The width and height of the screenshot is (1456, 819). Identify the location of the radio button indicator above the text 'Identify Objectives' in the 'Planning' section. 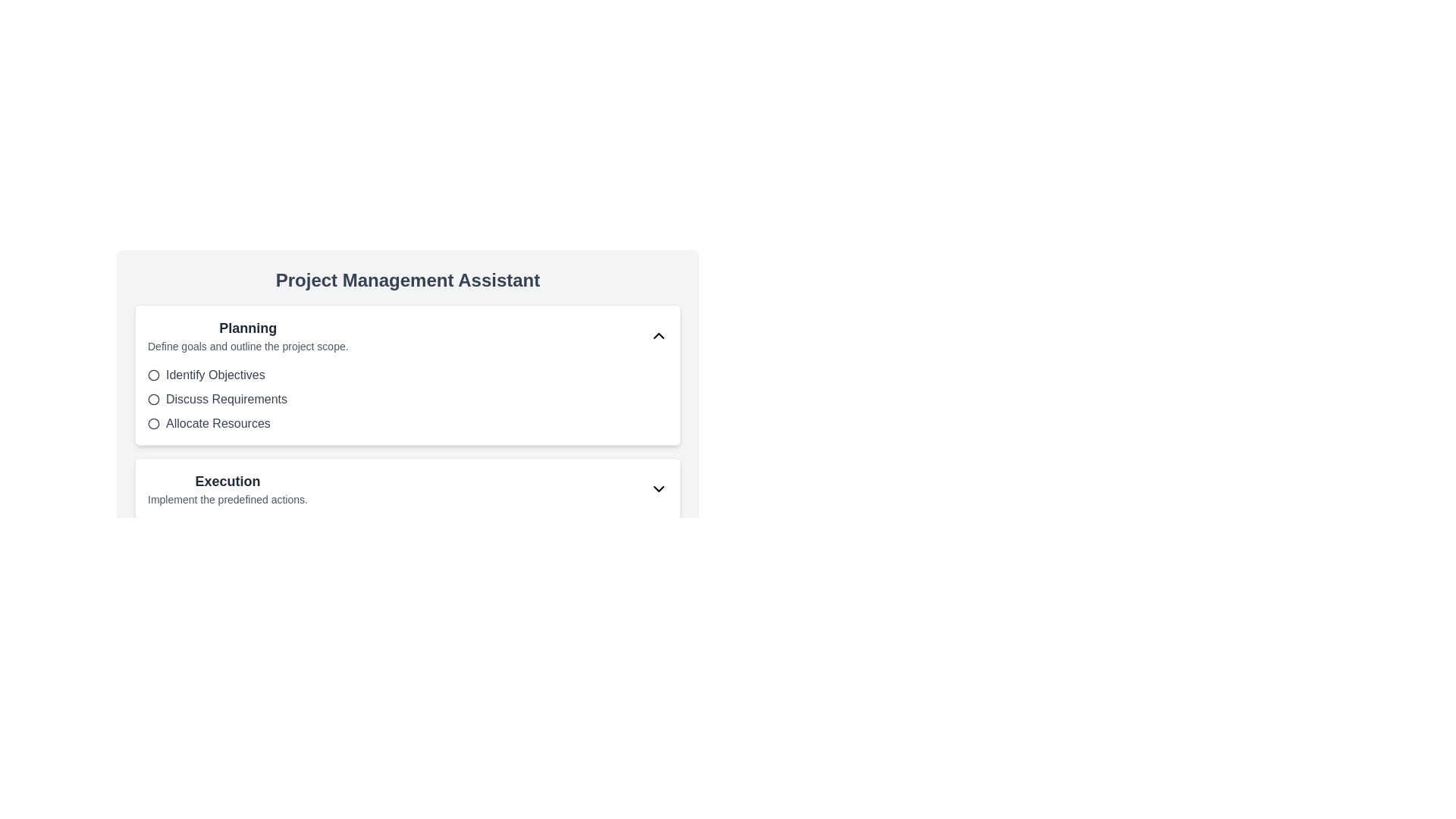
(153, 375).